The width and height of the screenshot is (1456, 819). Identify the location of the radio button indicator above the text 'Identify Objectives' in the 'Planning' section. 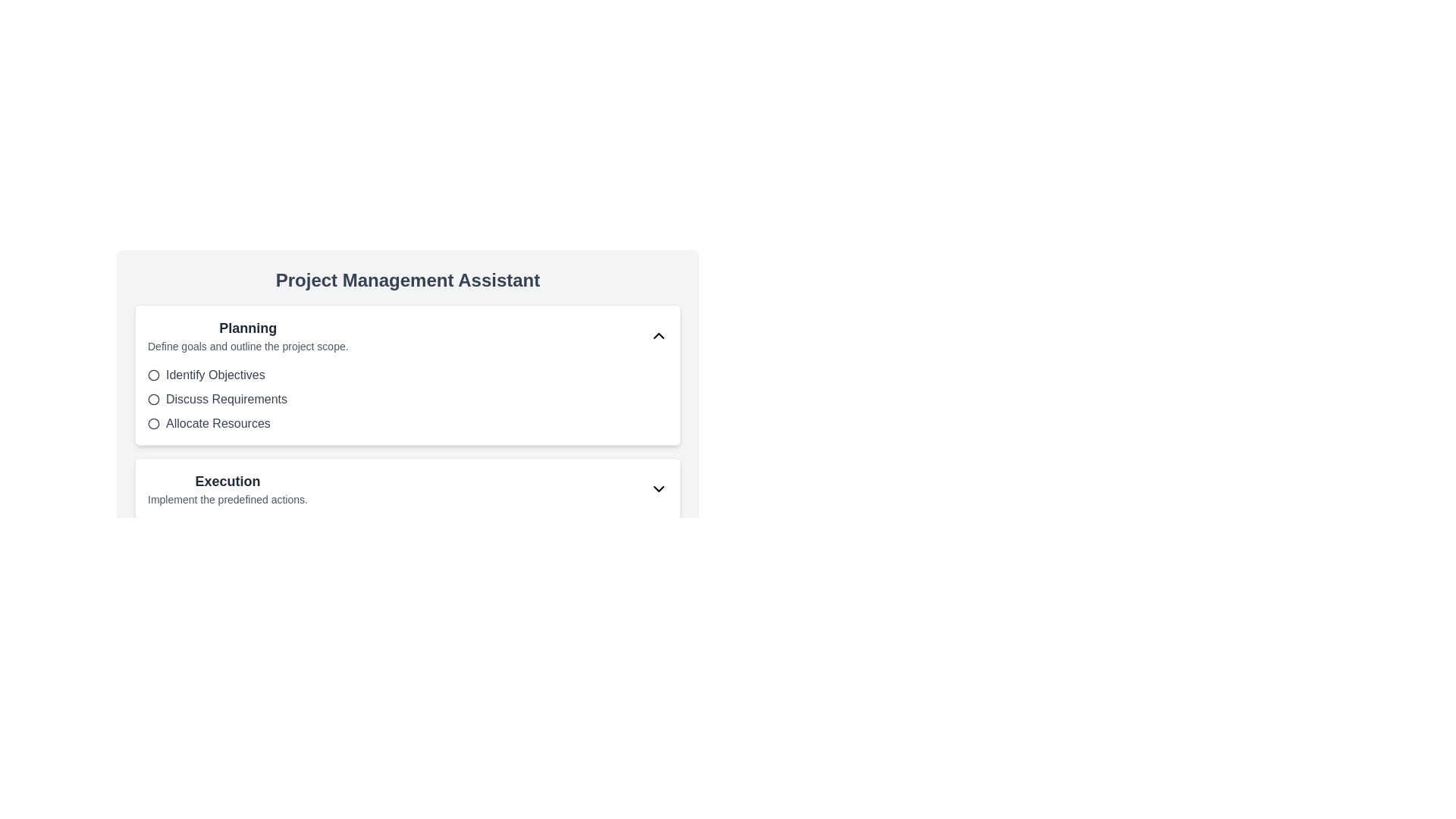
(153, 375).